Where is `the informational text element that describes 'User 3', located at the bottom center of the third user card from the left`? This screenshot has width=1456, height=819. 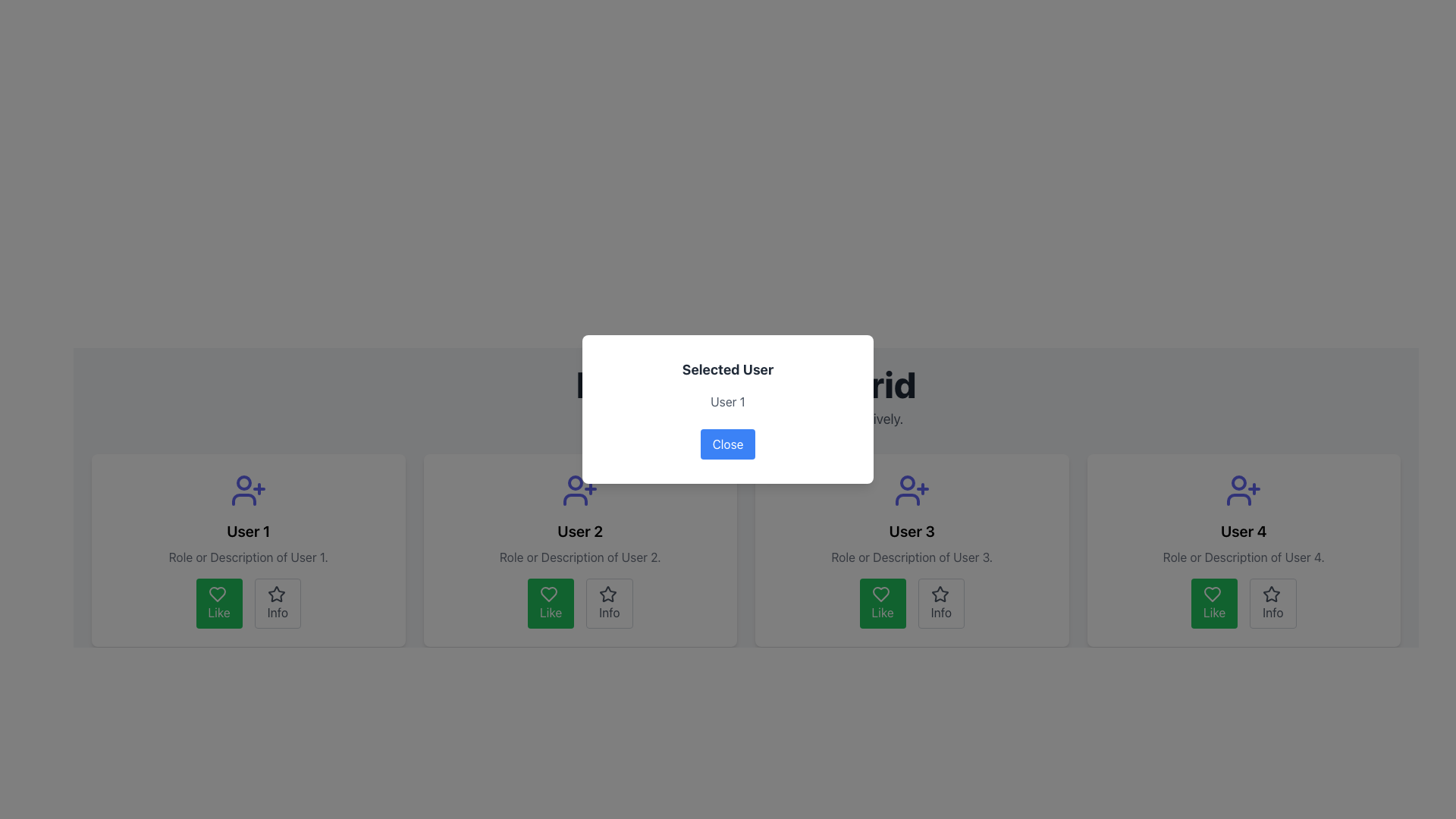 the informational text element that describes 'User 3', located at the bottom center of the third user card from the left is located at coordinates (911, 557).